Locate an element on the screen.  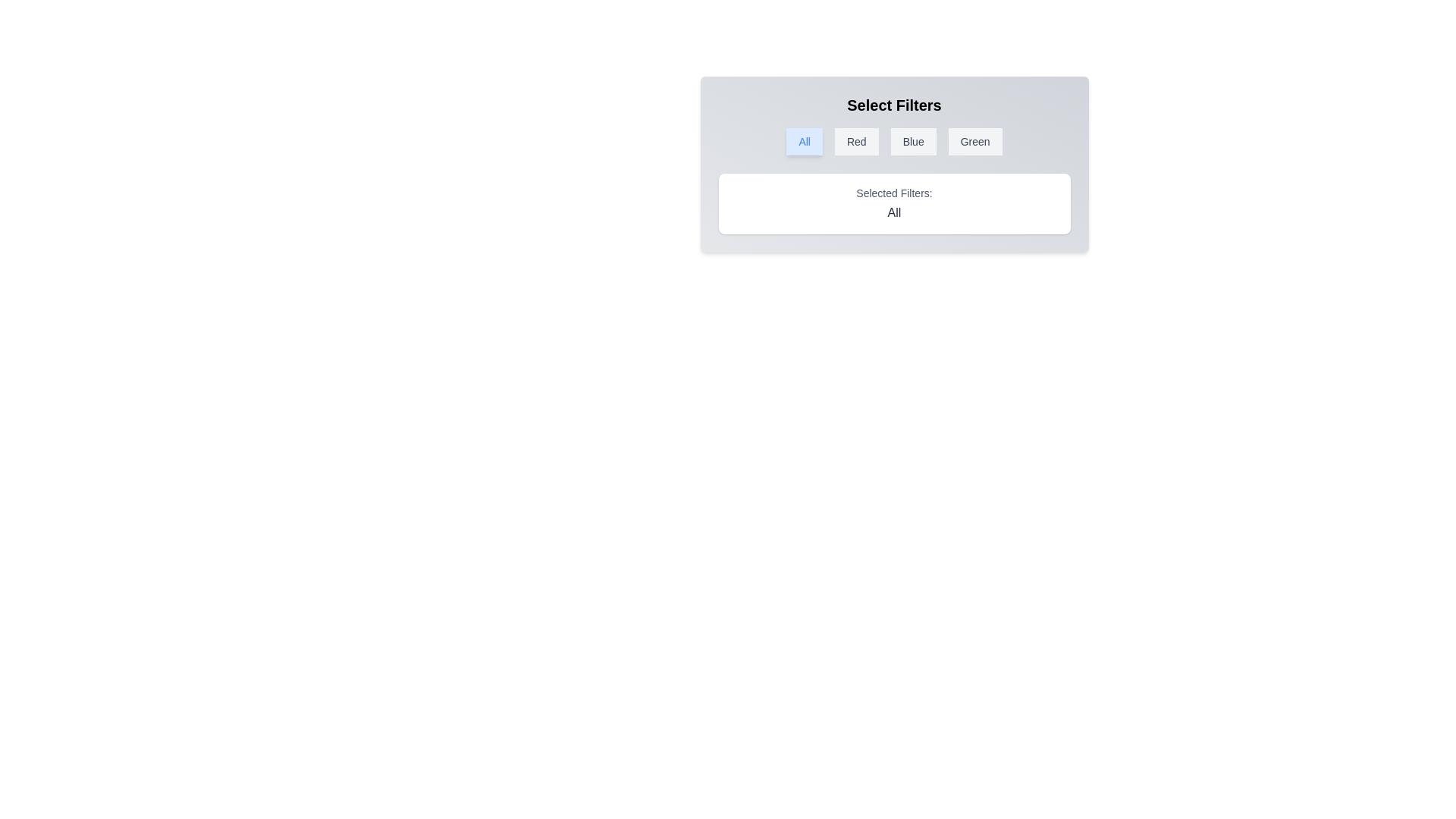
the filter button All is located at coordinates (804, 141).